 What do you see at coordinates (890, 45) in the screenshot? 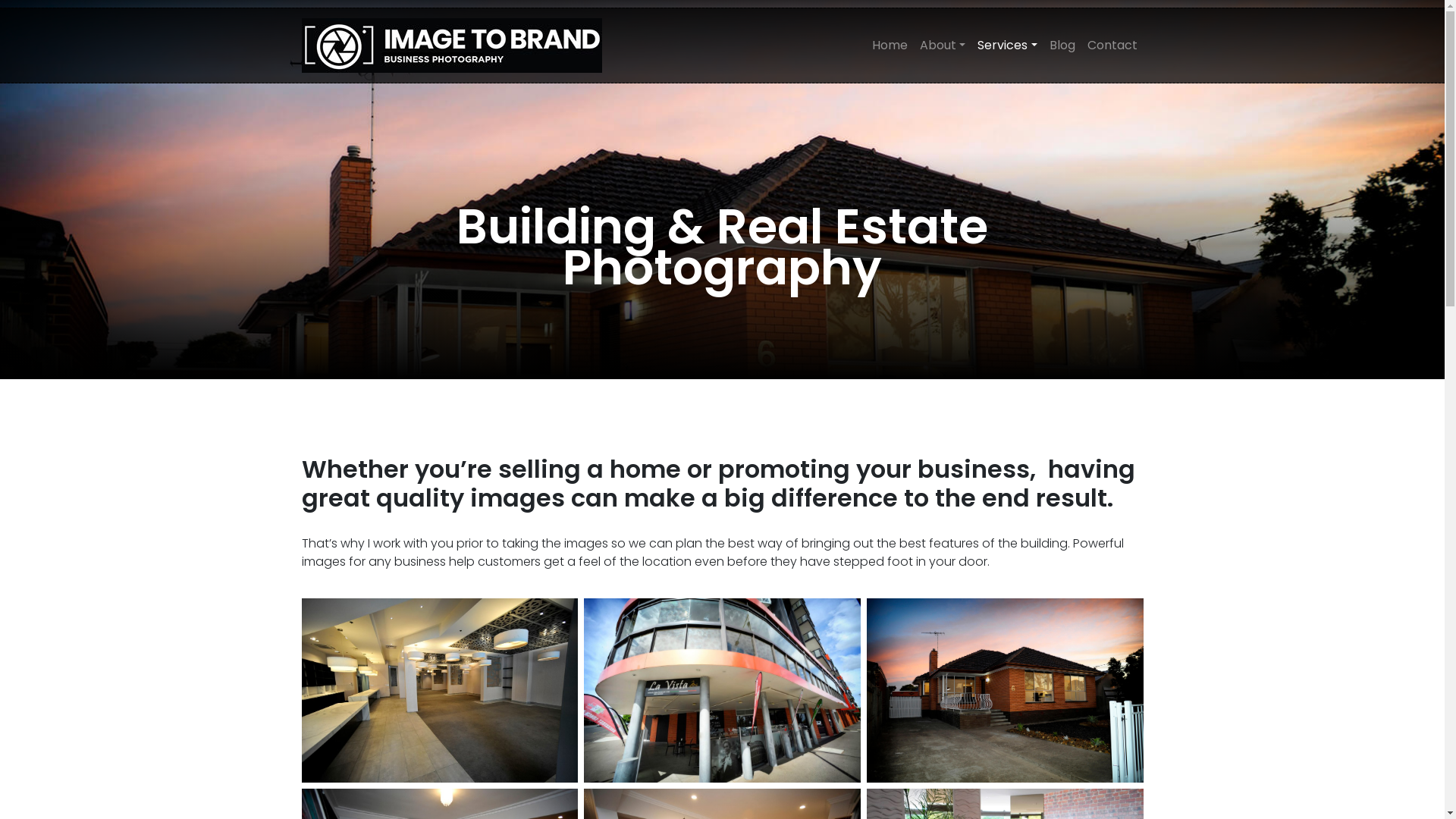
I see `'Home'` at bounding box center [890, 45].